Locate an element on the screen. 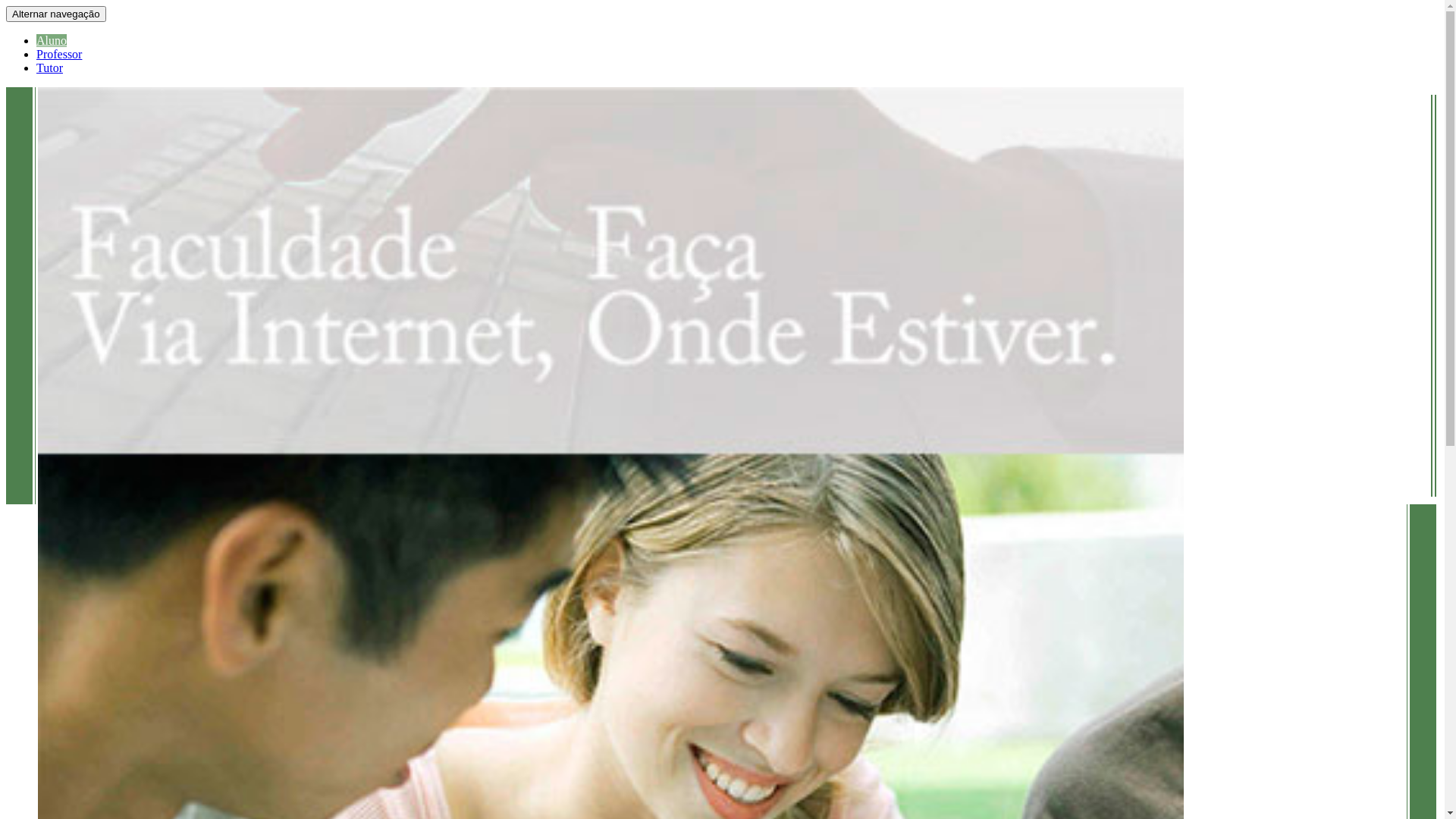 This screenshot has height=819, width=1456. 'Professor' is located at coordinates (36, 53).